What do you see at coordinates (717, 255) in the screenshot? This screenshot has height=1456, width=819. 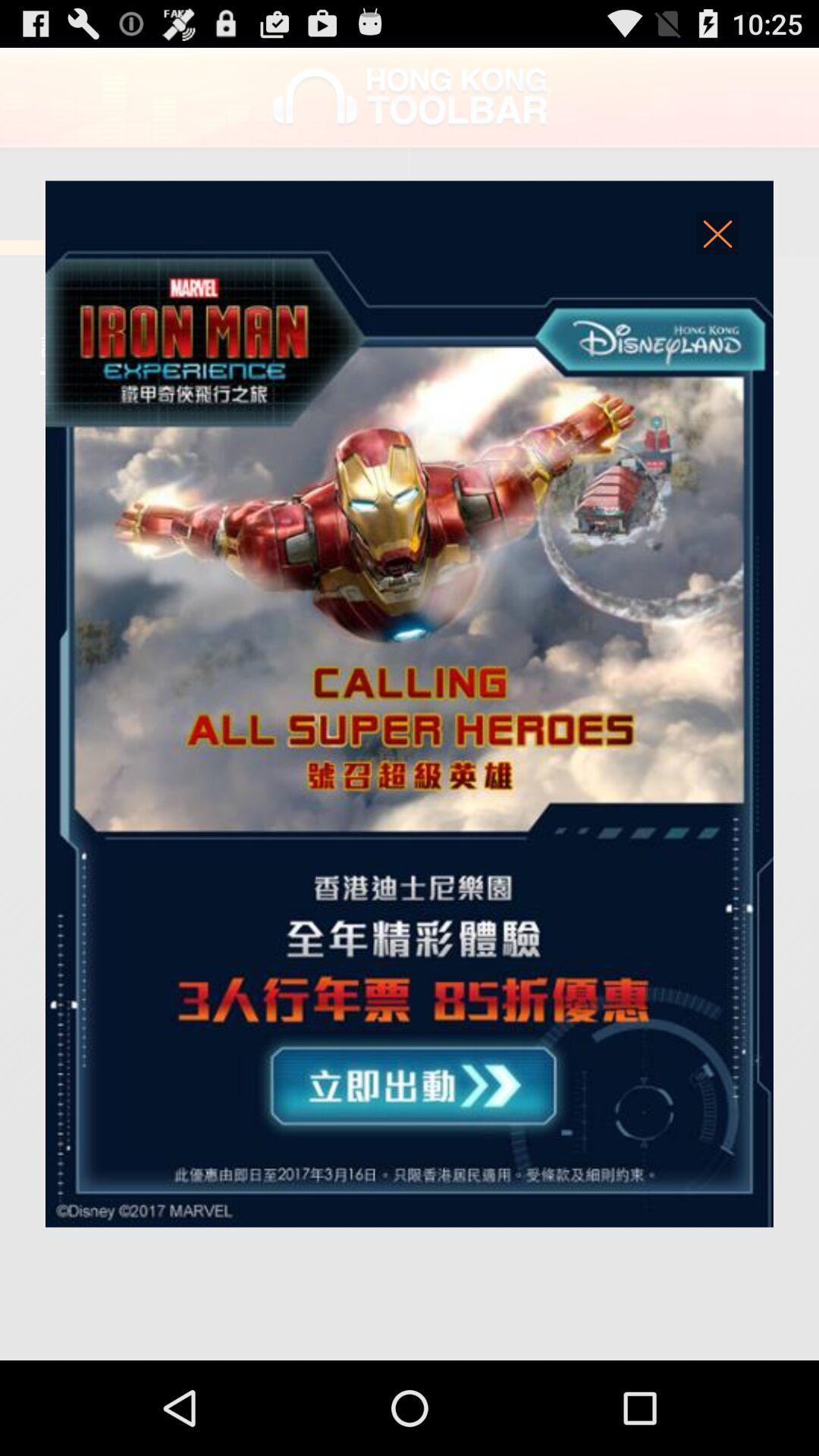 I see `the close icon` at bounding box center [717, 255].